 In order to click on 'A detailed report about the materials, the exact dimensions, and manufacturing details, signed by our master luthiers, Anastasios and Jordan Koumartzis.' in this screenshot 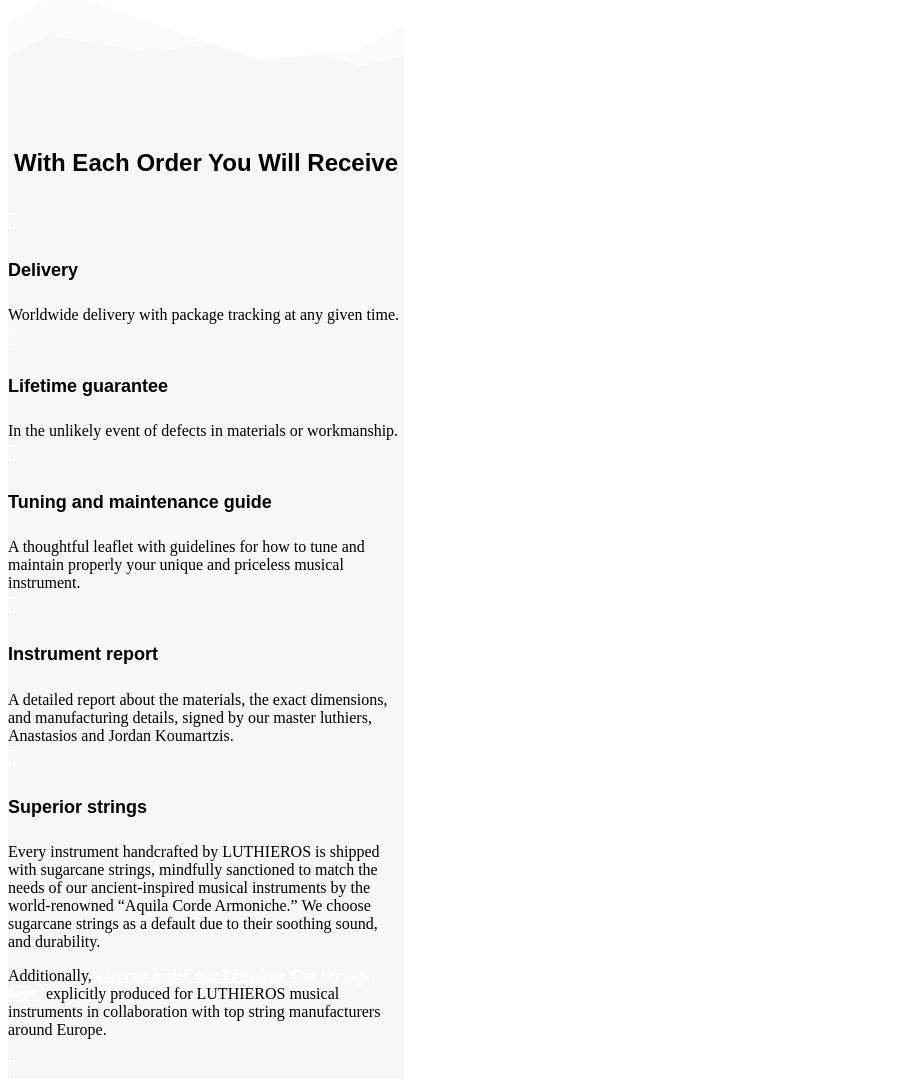, I will do `click(6, 715)`.